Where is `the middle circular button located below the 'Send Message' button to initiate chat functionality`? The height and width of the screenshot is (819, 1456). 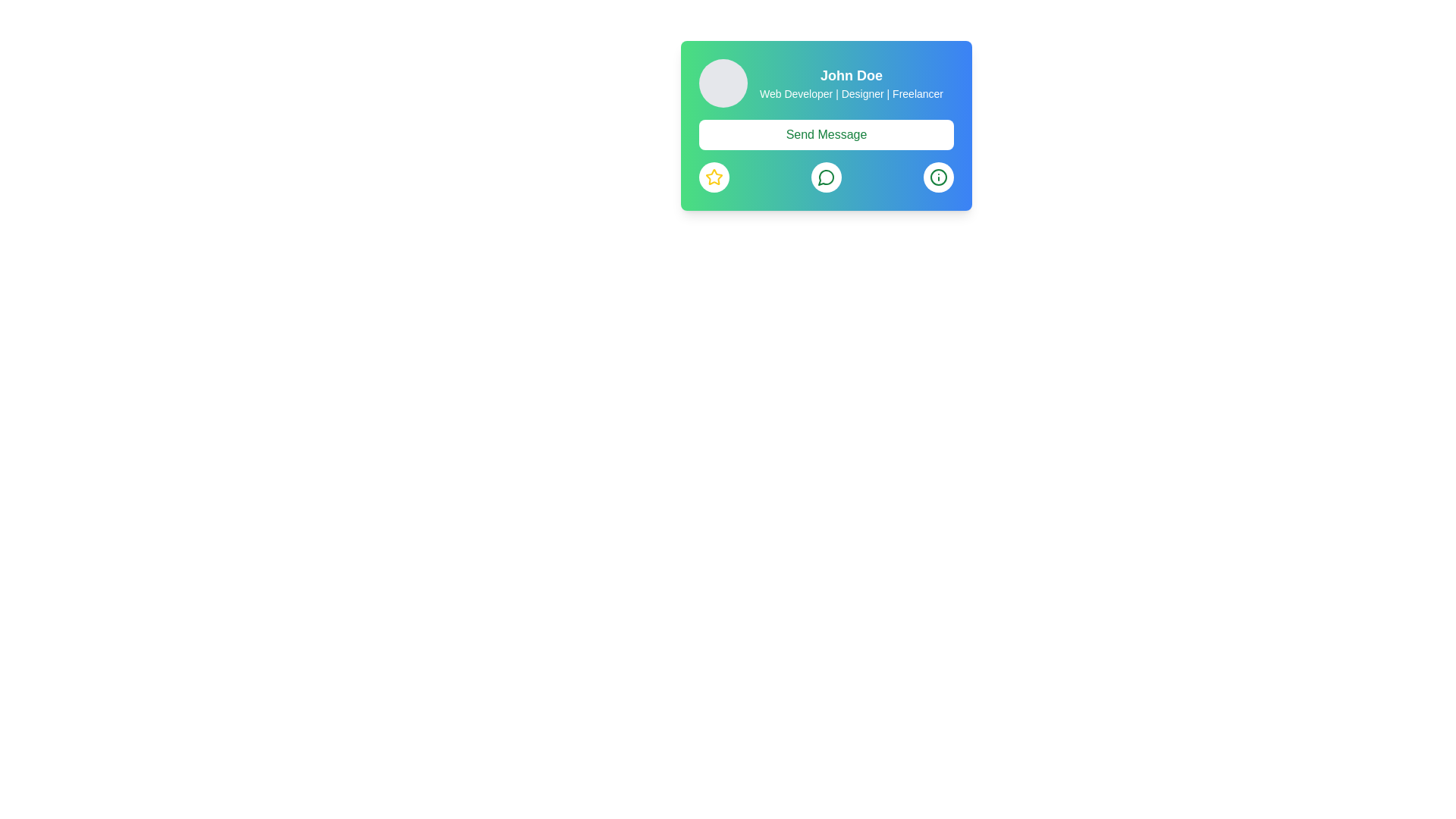 the middle circular button located below the 'Send Message' button to initiate chat functionality is located at coordinates (825, 177).